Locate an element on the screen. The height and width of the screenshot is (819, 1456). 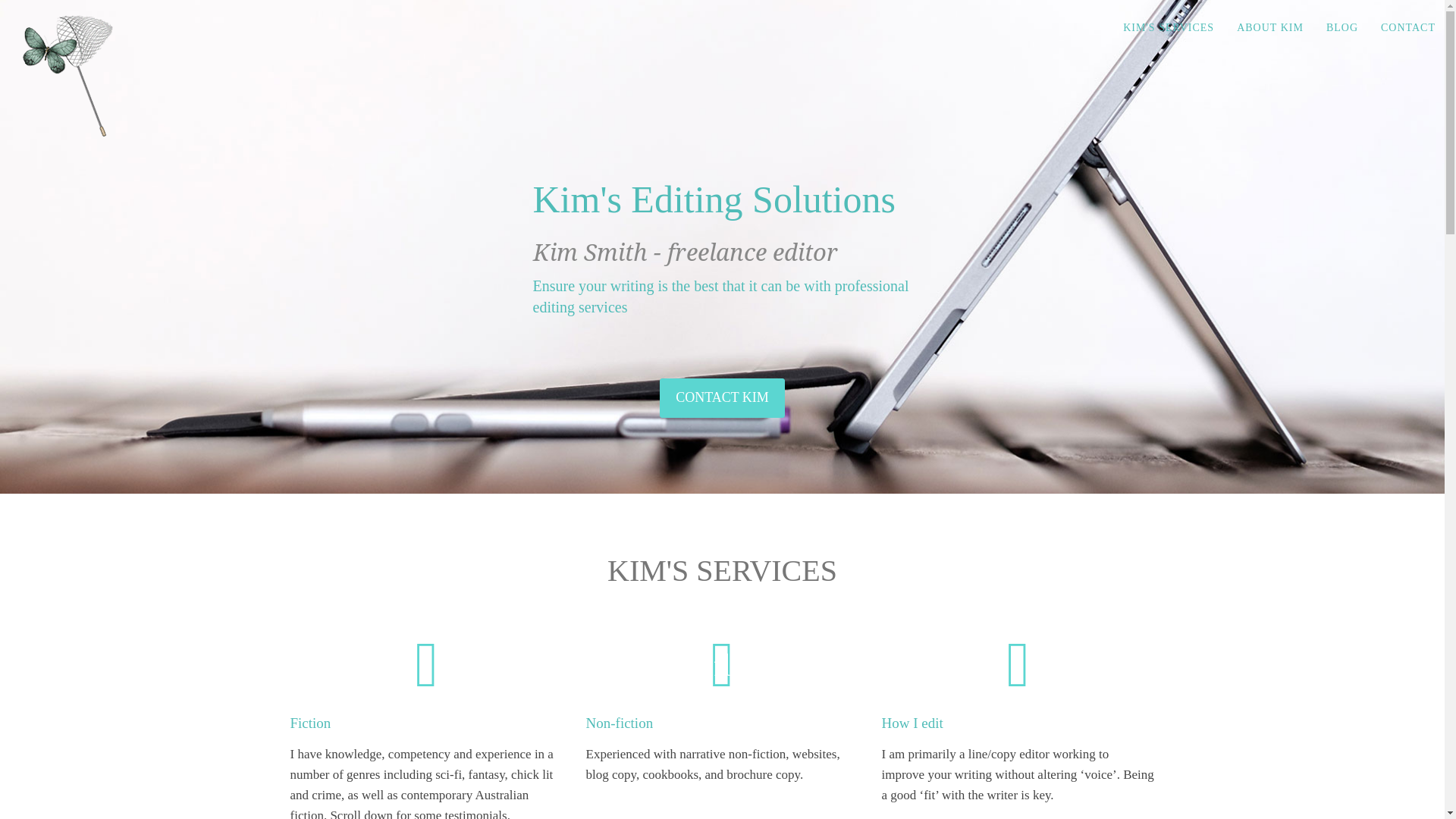
'CONTACT' is located at coordinates (1407, 28).